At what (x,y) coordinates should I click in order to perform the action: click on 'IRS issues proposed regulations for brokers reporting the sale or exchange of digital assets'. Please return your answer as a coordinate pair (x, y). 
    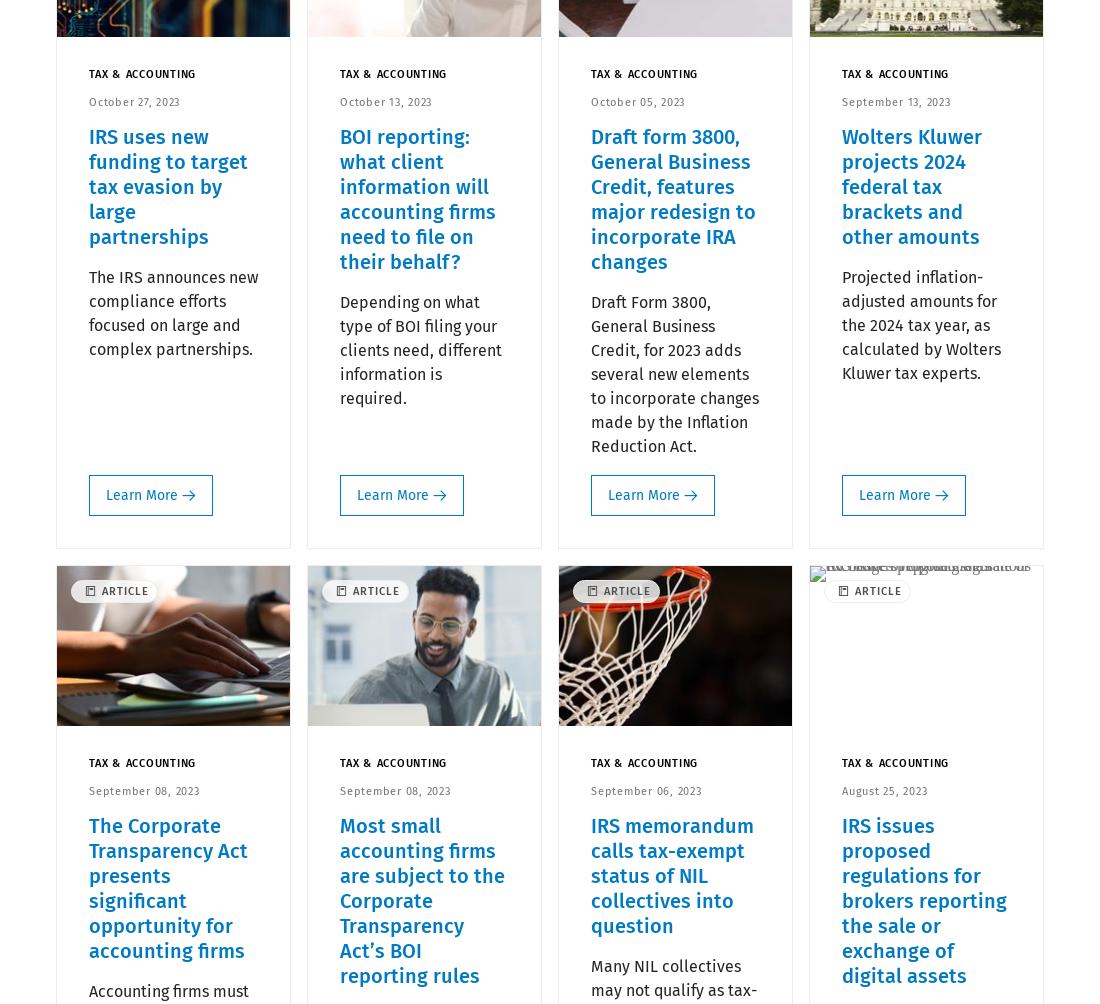
    Looking at the image, I should click on (841, 898).